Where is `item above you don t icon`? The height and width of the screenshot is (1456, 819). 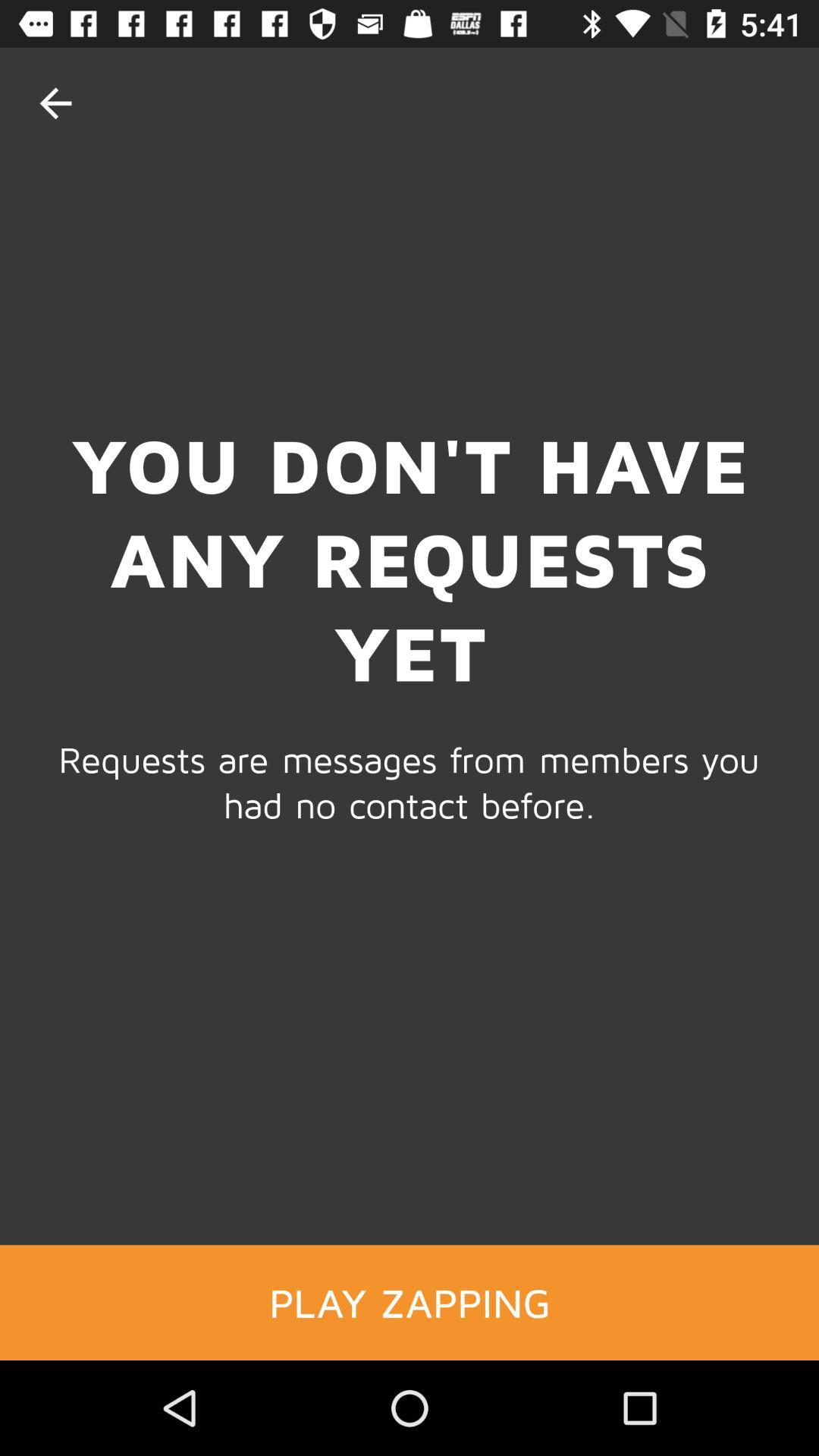
item above you don t icon is located at coordinates (55, 102).